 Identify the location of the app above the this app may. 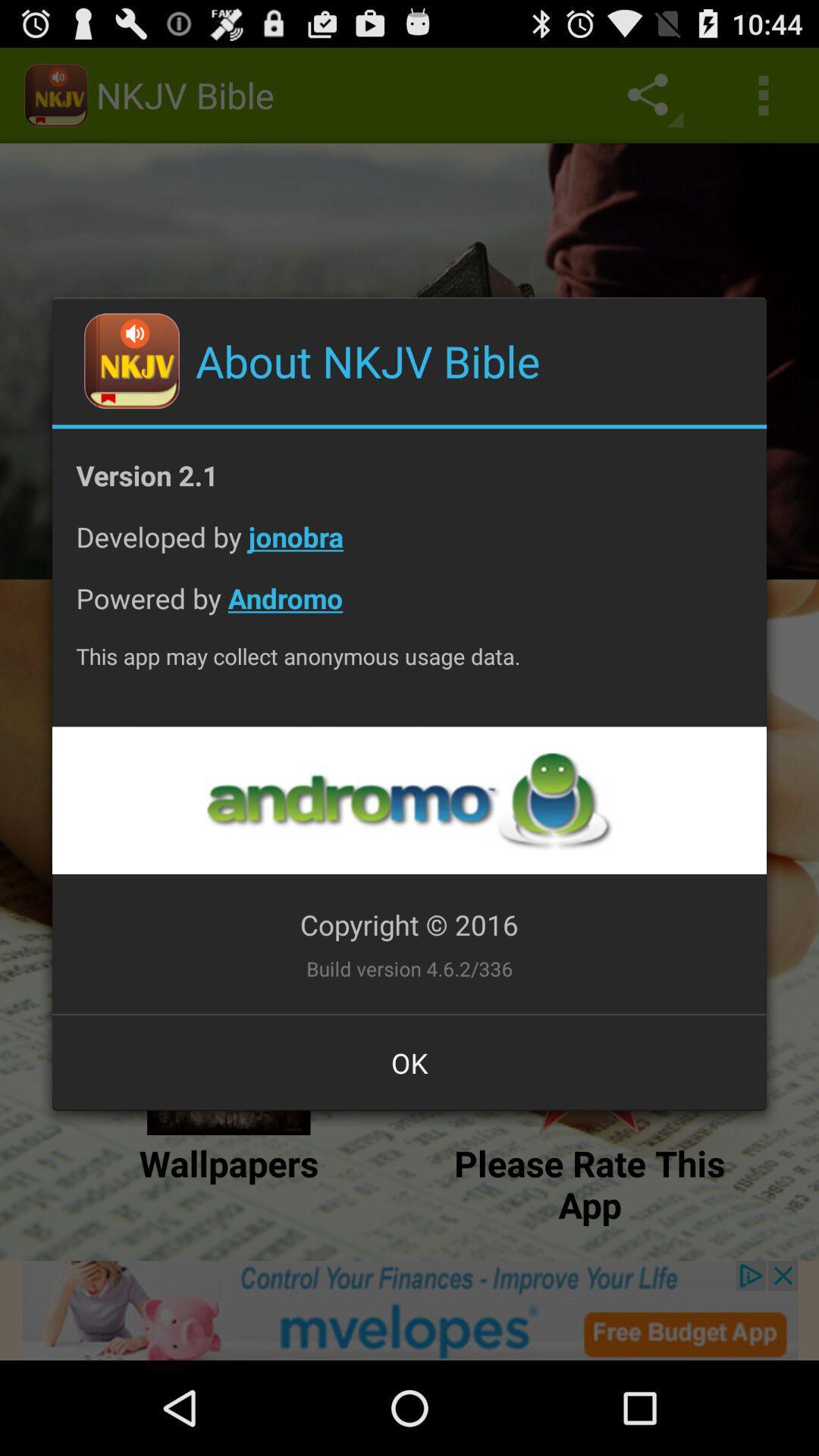
(409, 610).